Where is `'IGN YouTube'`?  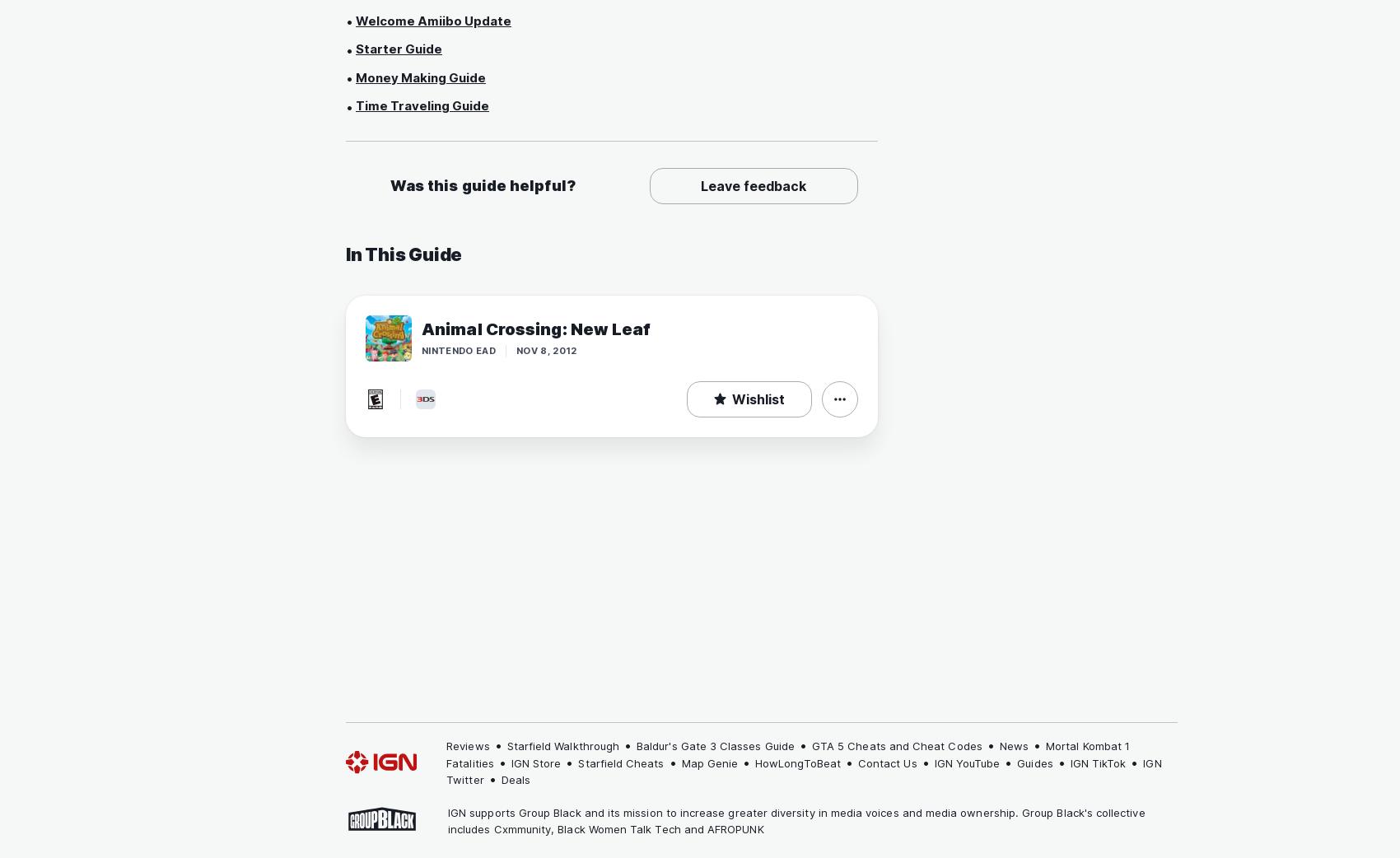 'IGN YouTube' is located at coordinates (966, 762).